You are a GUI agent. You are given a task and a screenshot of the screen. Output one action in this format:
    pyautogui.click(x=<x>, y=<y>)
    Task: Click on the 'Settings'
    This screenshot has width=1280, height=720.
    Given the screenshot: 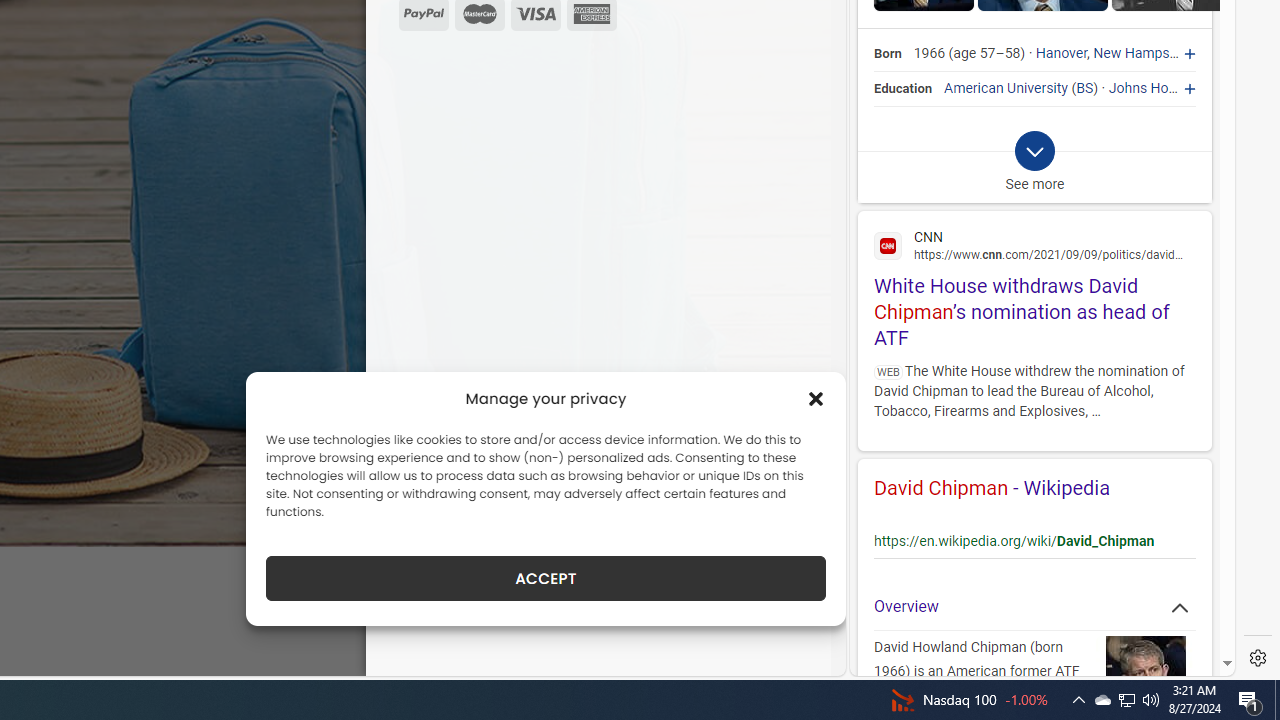 What is the action you would take?
    pyautogui.click(x=1257, y=658)
    